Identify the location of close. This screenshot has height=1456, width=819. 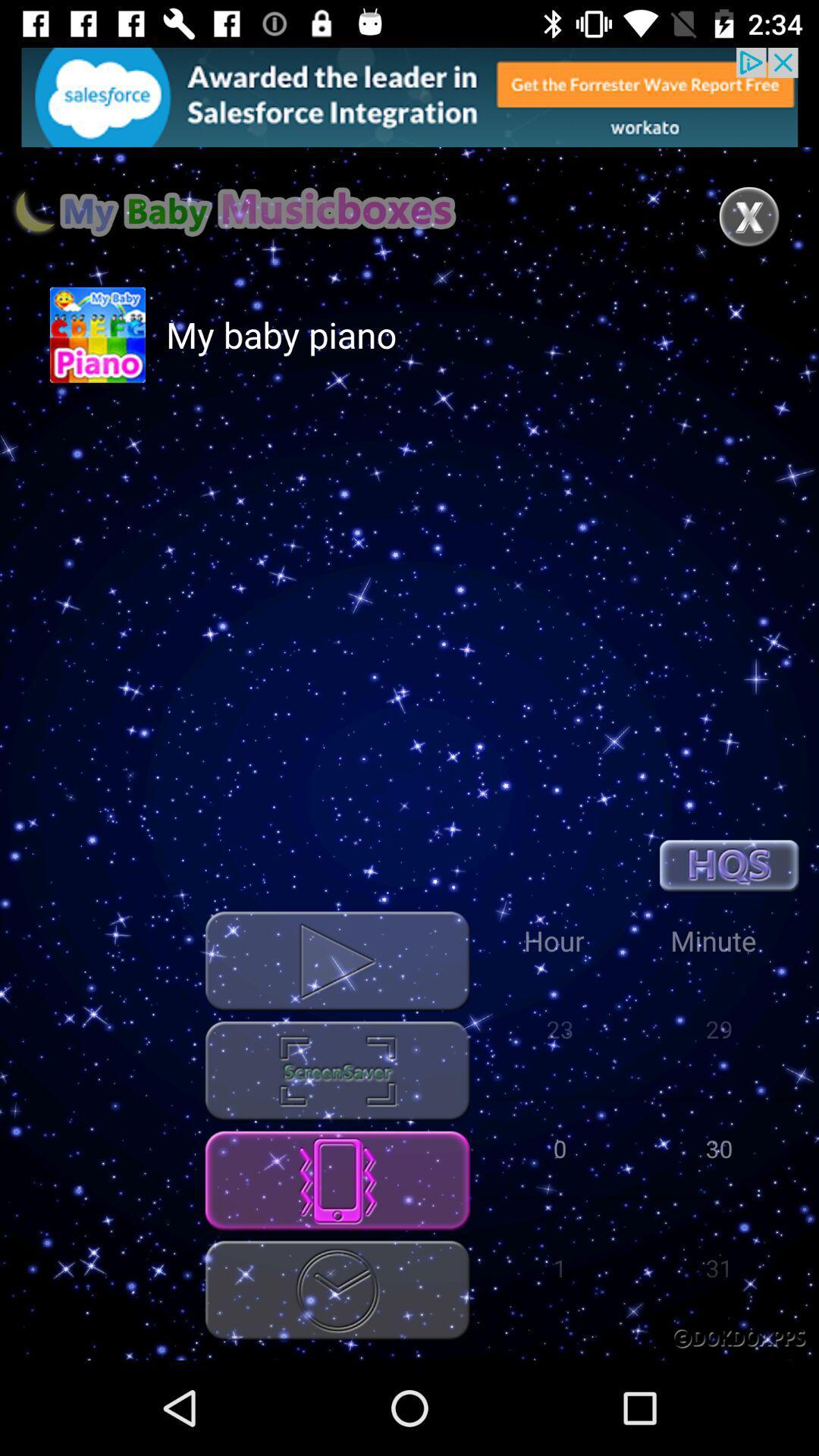
(748, 216).